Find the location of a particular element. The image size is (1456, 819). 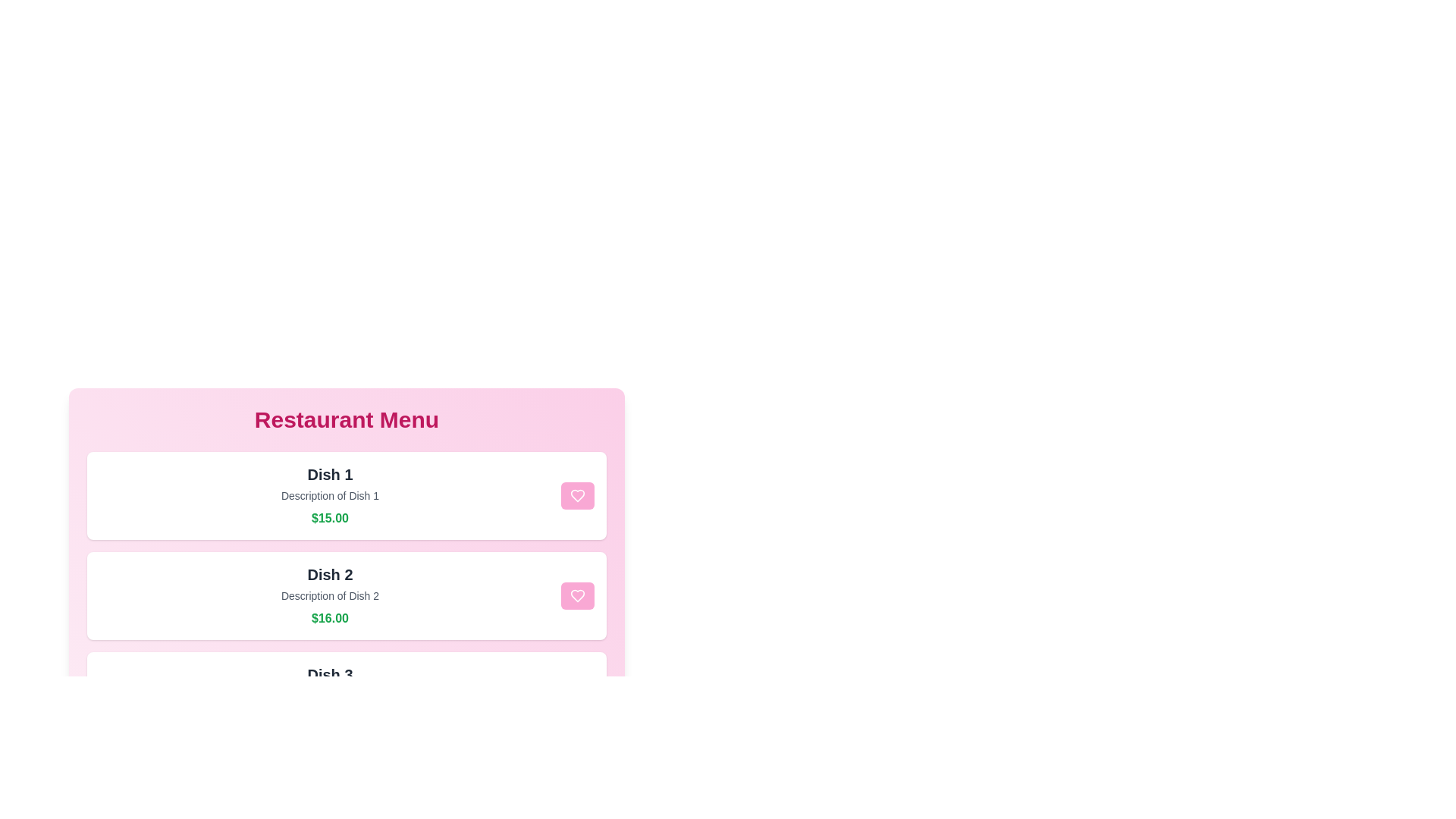

the static text element that provides additional information about 'Dish 2', which is located below the title and above the price in the menu section is located at coordinates (329, 595).